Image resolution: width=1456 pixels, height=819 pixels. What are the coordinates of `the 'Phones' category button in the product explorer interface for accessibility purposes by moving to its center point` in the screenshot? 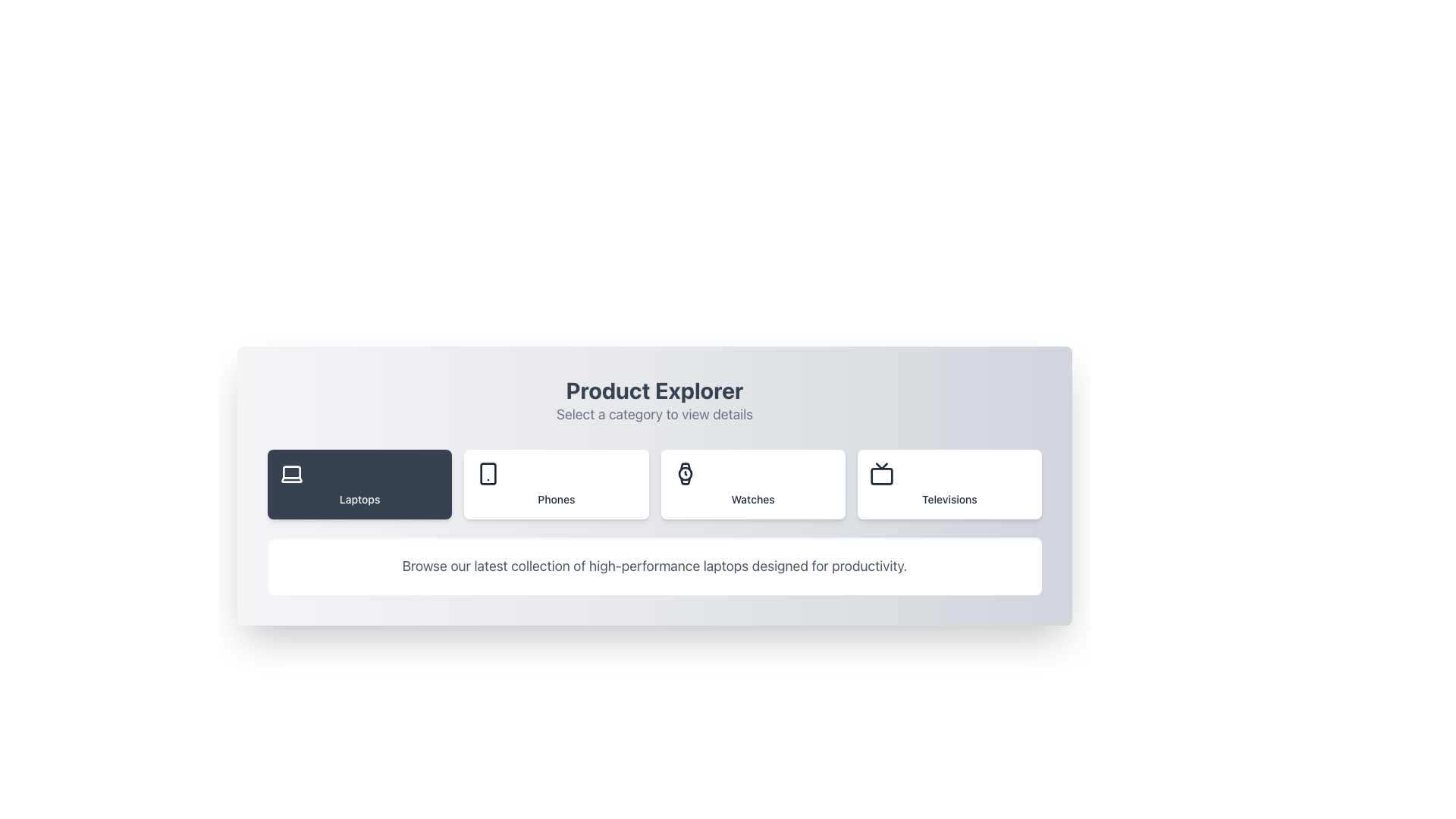 It's located at (555, 485).